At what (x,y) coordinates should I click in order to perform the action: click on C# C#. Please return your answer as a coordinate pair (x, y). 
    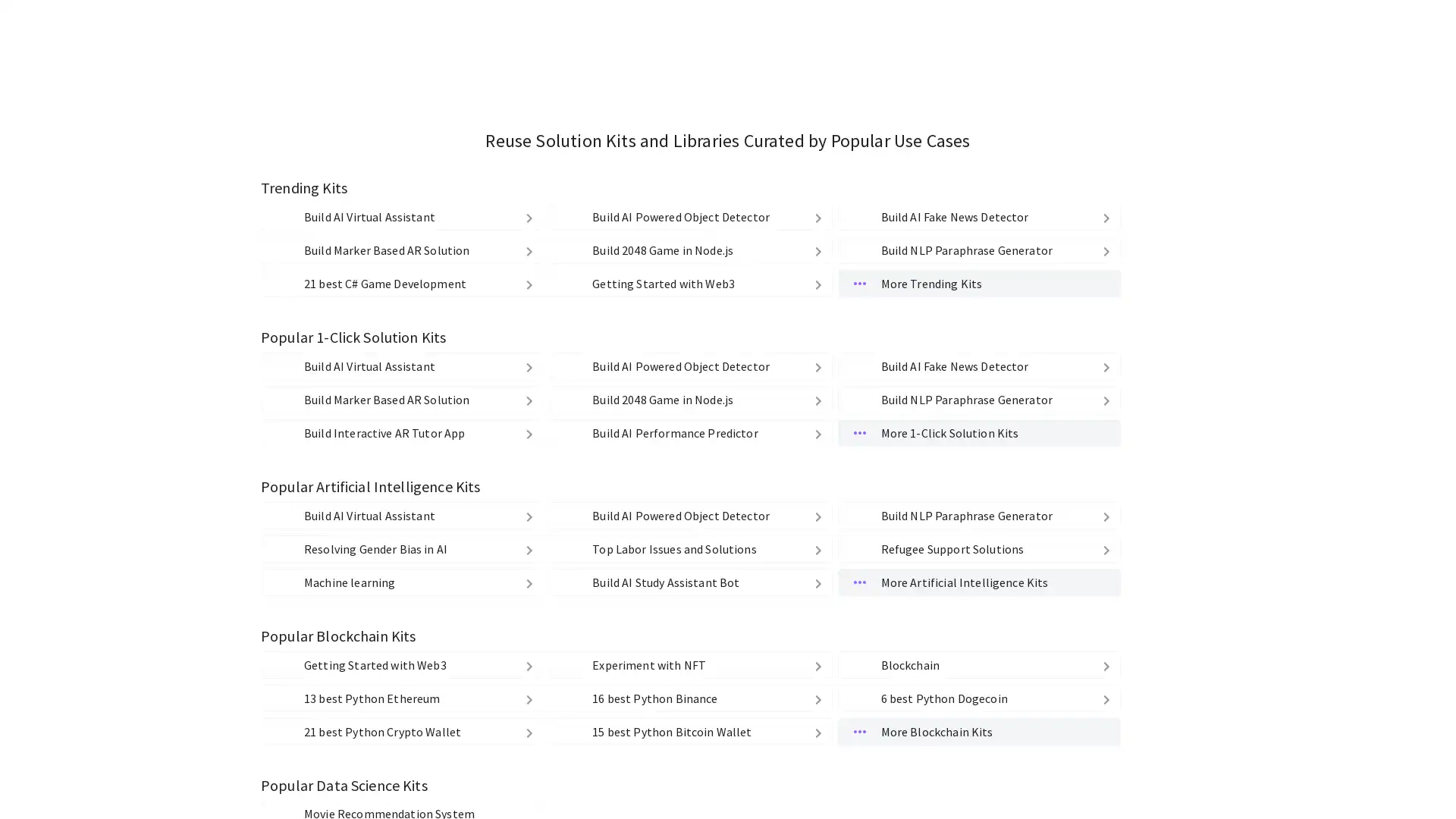
    Looking at the image, I should click on (667, 380).